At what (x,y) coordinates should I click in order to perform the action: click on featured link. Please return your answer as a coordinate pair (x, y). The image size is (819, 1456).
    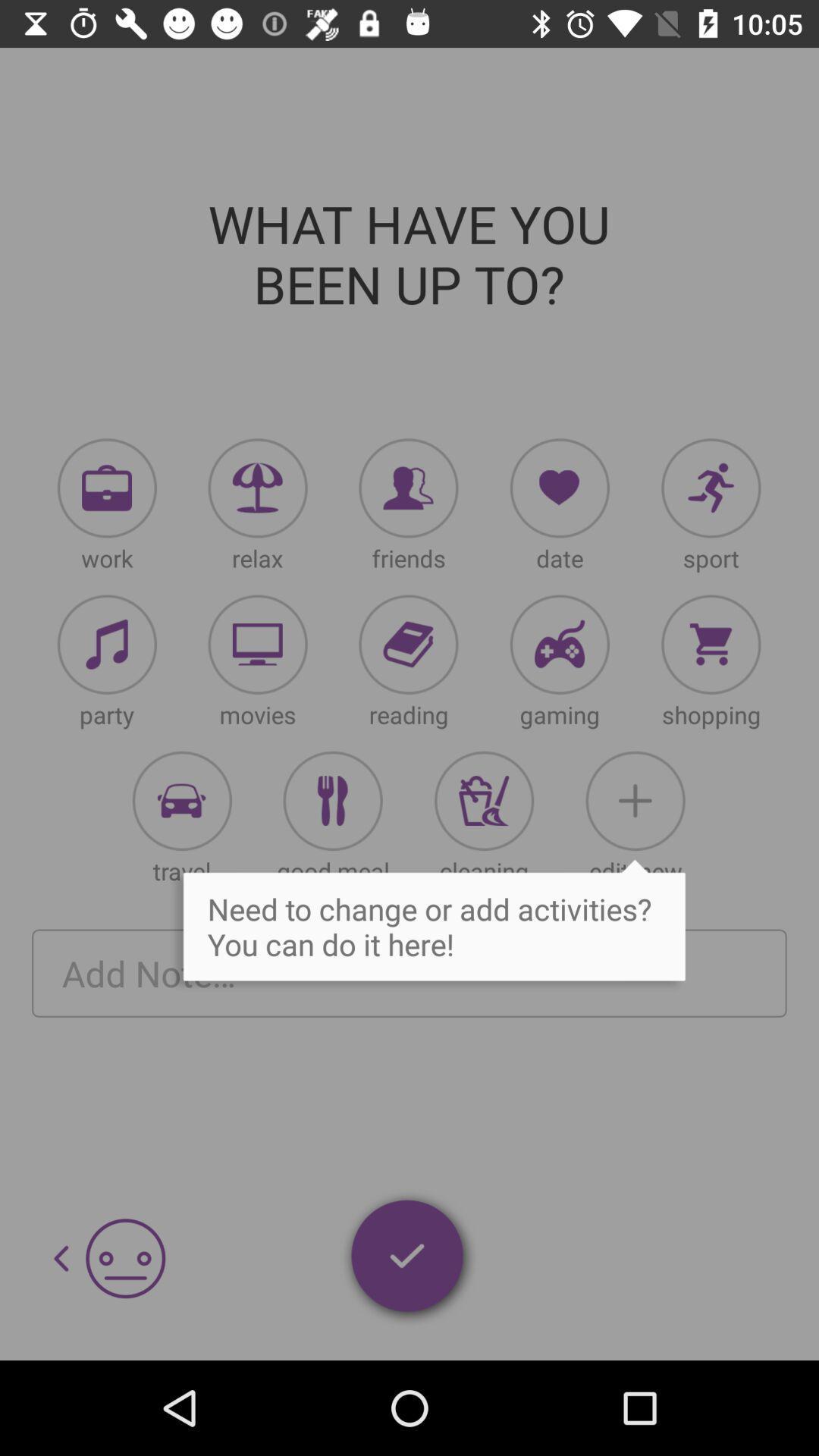
    Looking at the image, I should click on (257, 645).